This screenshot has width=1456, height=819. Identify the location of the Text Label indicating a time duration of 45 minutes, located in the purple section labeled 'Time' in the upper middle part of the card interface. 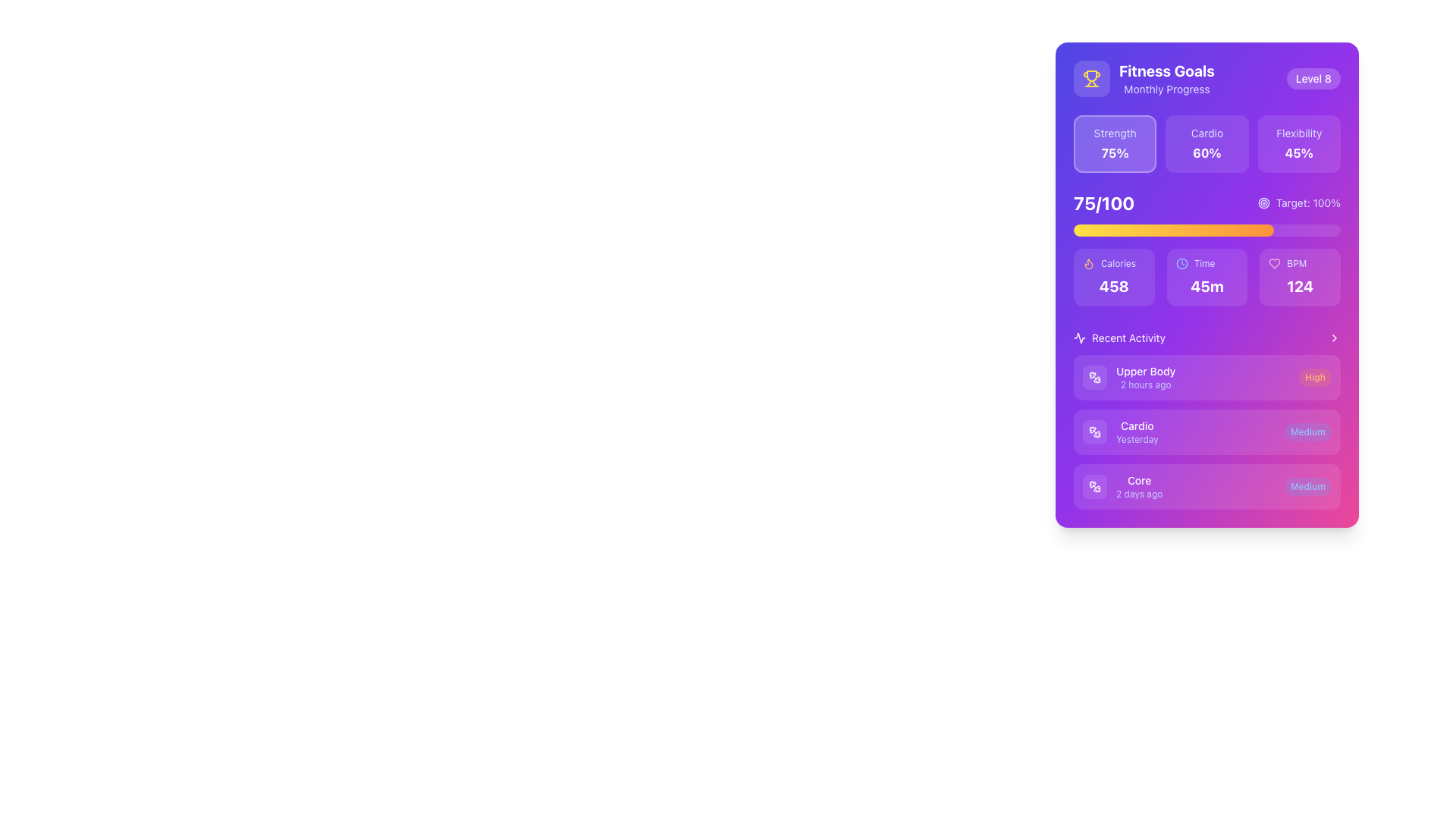
(1207, 287).